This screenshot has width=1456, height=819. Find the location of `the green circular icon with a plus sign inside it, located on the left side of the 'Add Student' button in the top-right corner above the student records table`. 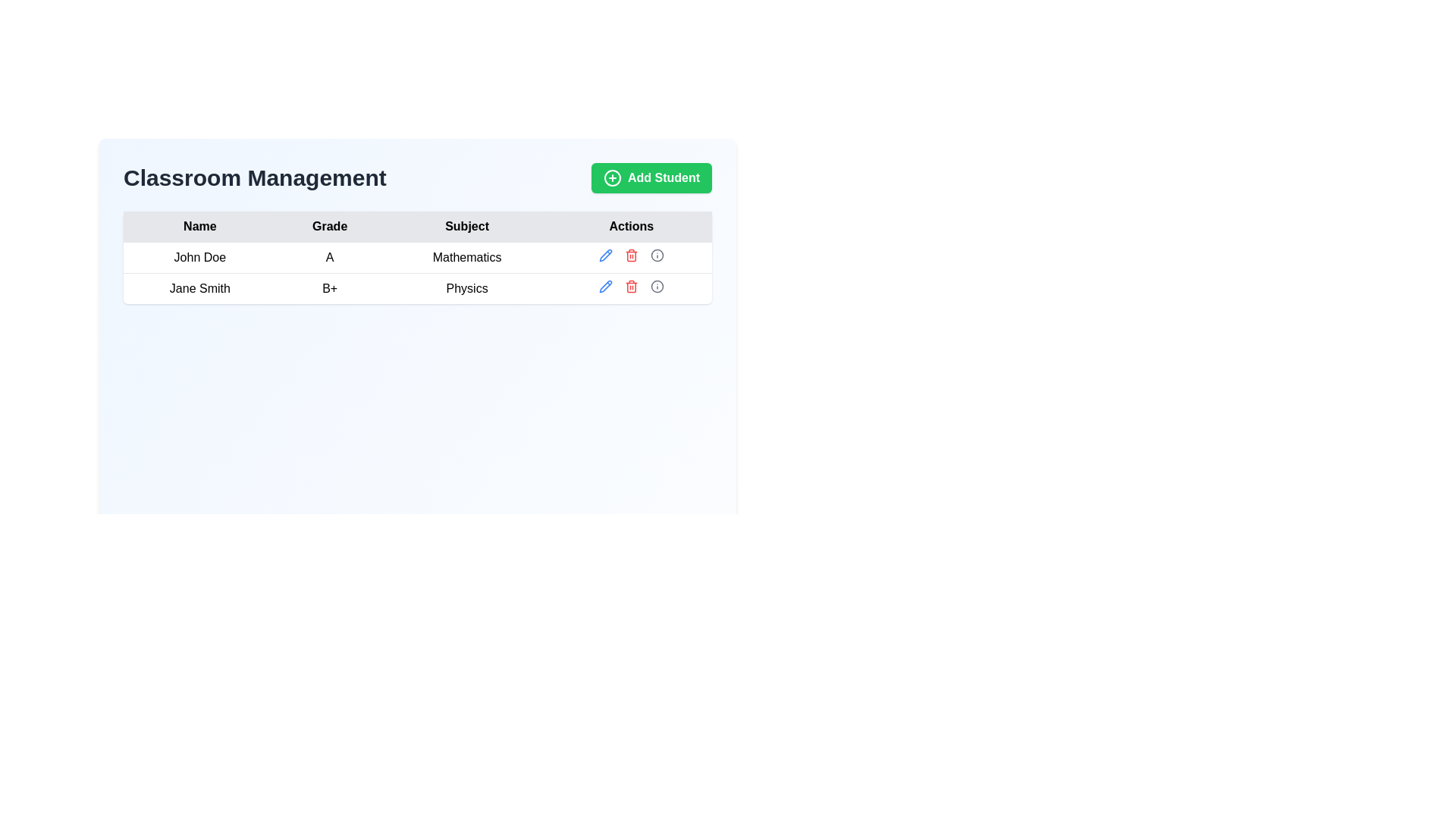

the green circular icon with a plus sign inside it, located on the left side of the 'Add Student' button in the top-right corner above the student records table is located at coordinates (612, 177).